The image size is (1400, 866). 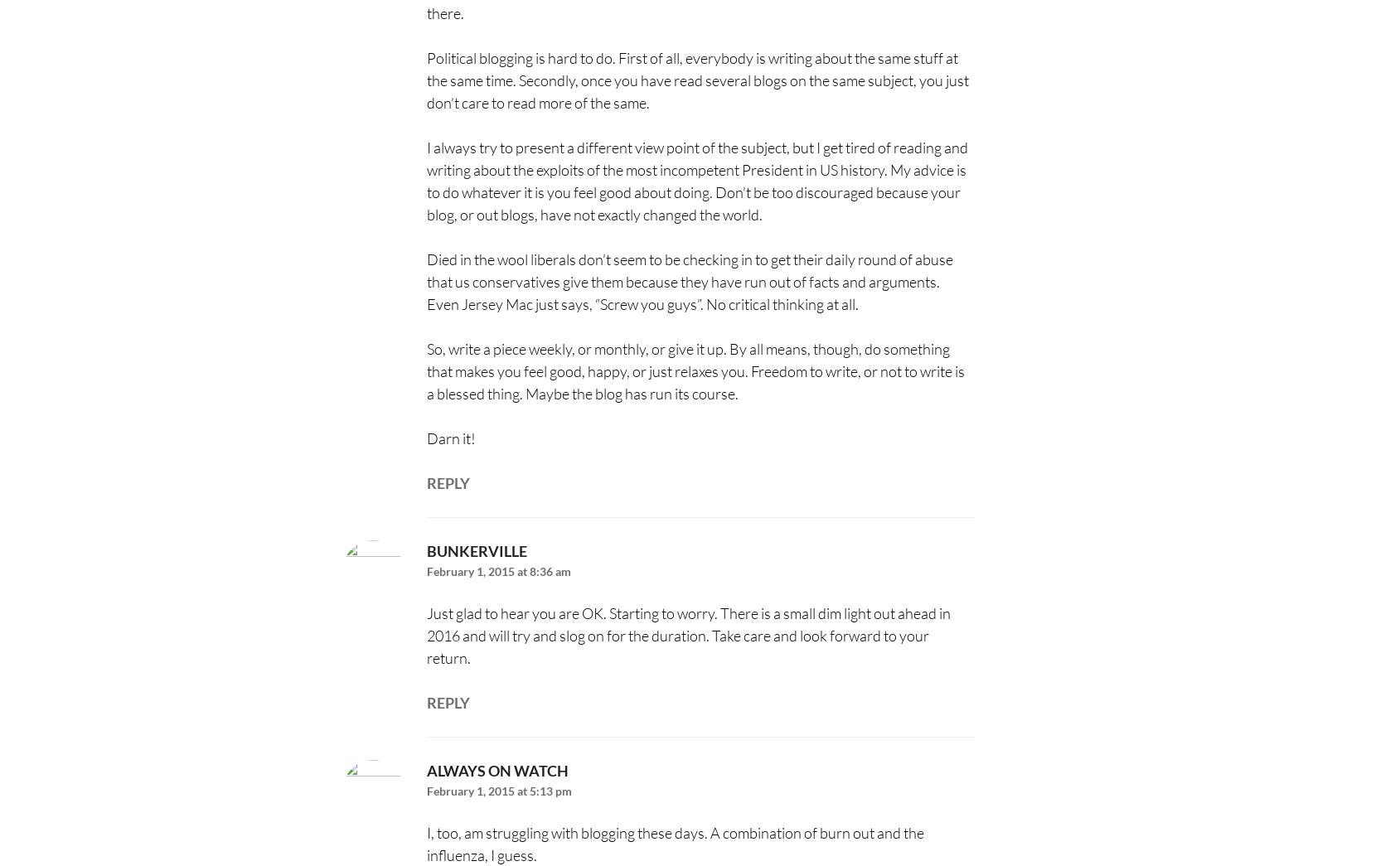 I want to click on 'So, write a piece weekly, or monthly, or give it up. By all means, though, do something that makes you feel good, happy, or just relaxes you. Freedom to write, or not to write is a blessed thing. Maybe the blog has run its course.', so click(x=694, y=370).